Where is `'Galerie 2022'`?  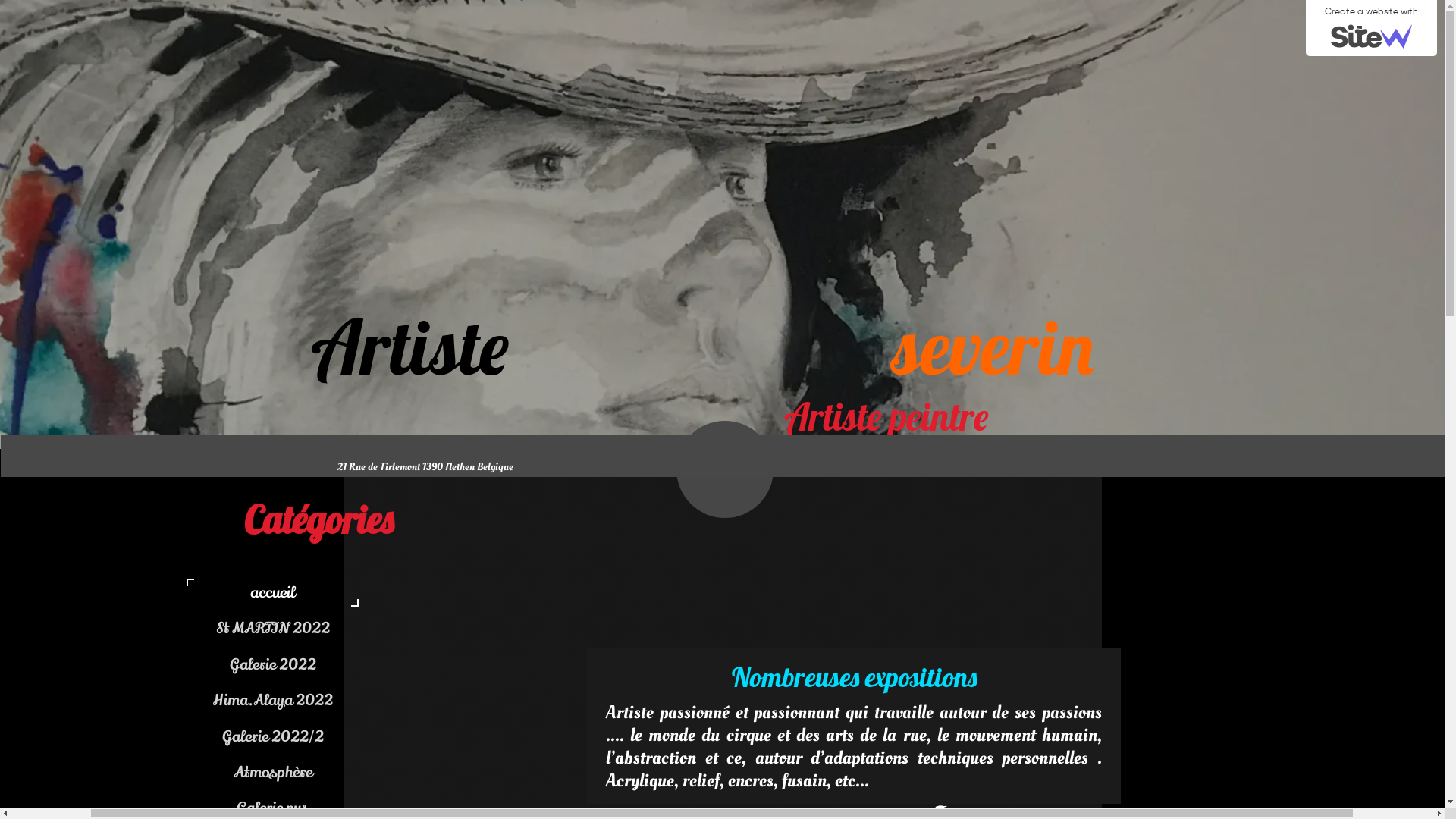
'Galerie 2022' is located at coordinates (277, 664).